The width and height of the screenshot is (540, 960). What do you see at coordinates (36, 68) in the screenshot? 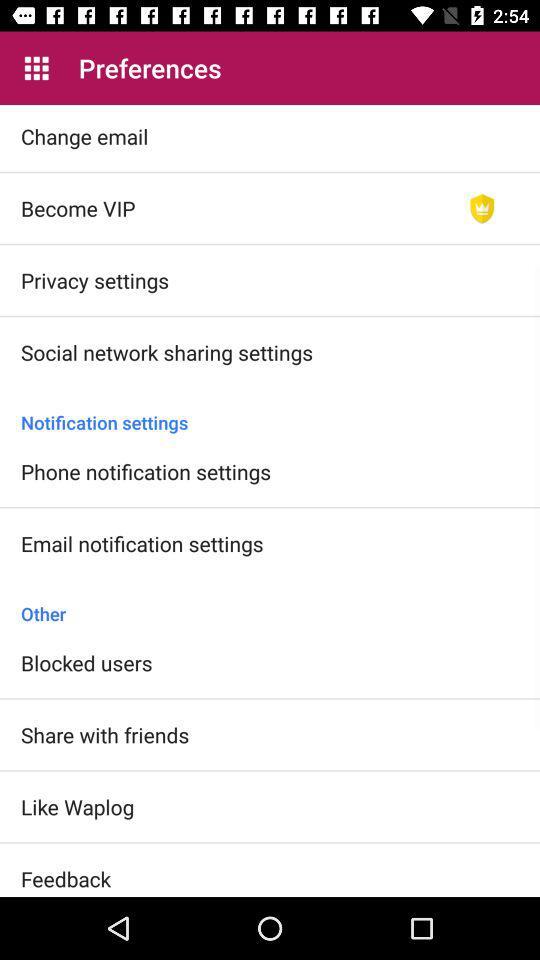
I see `the icon above the change email item` at bounding box center [36, 68].